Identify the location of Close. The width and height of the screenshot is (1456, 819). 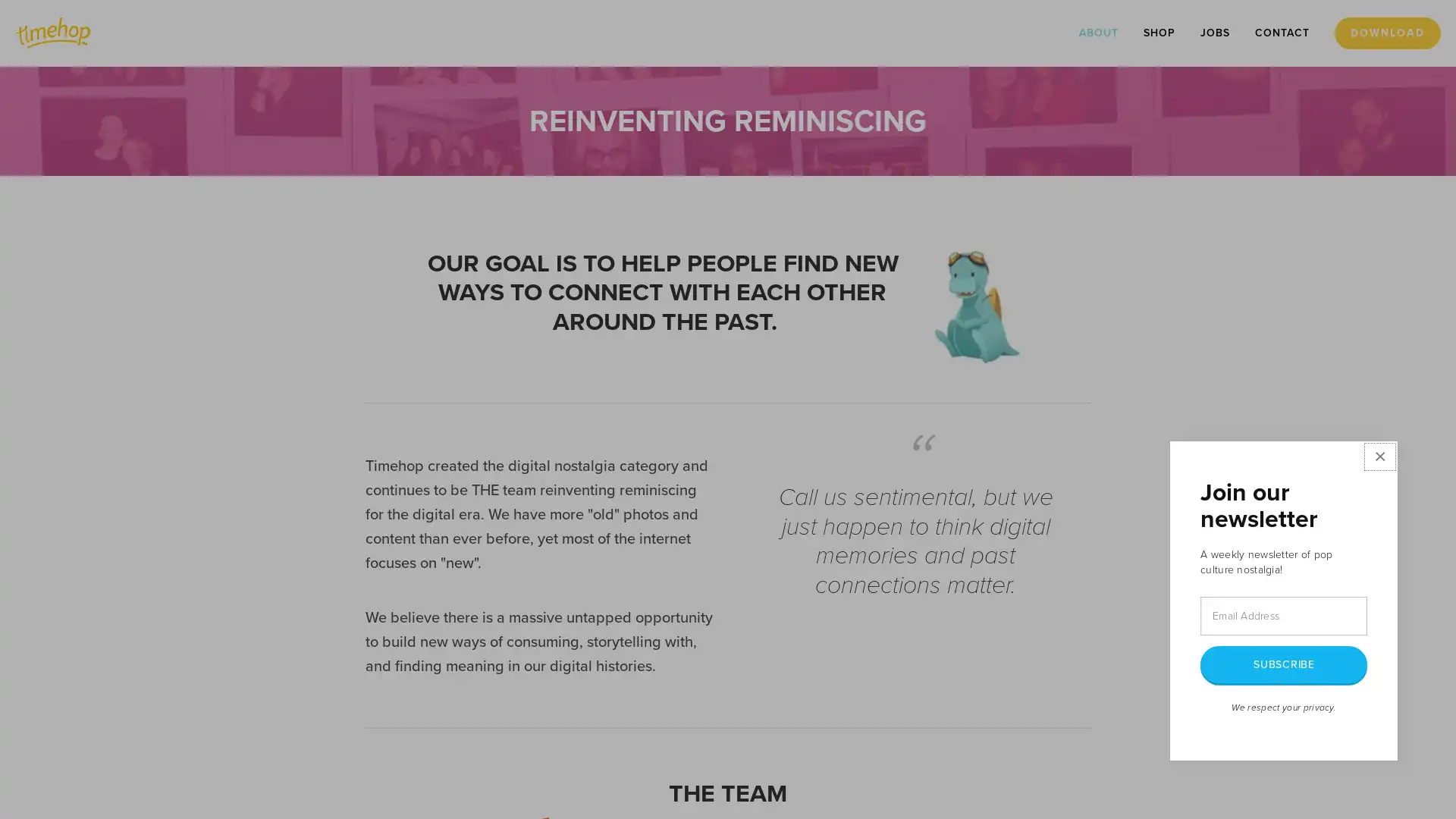
(1379, 455).